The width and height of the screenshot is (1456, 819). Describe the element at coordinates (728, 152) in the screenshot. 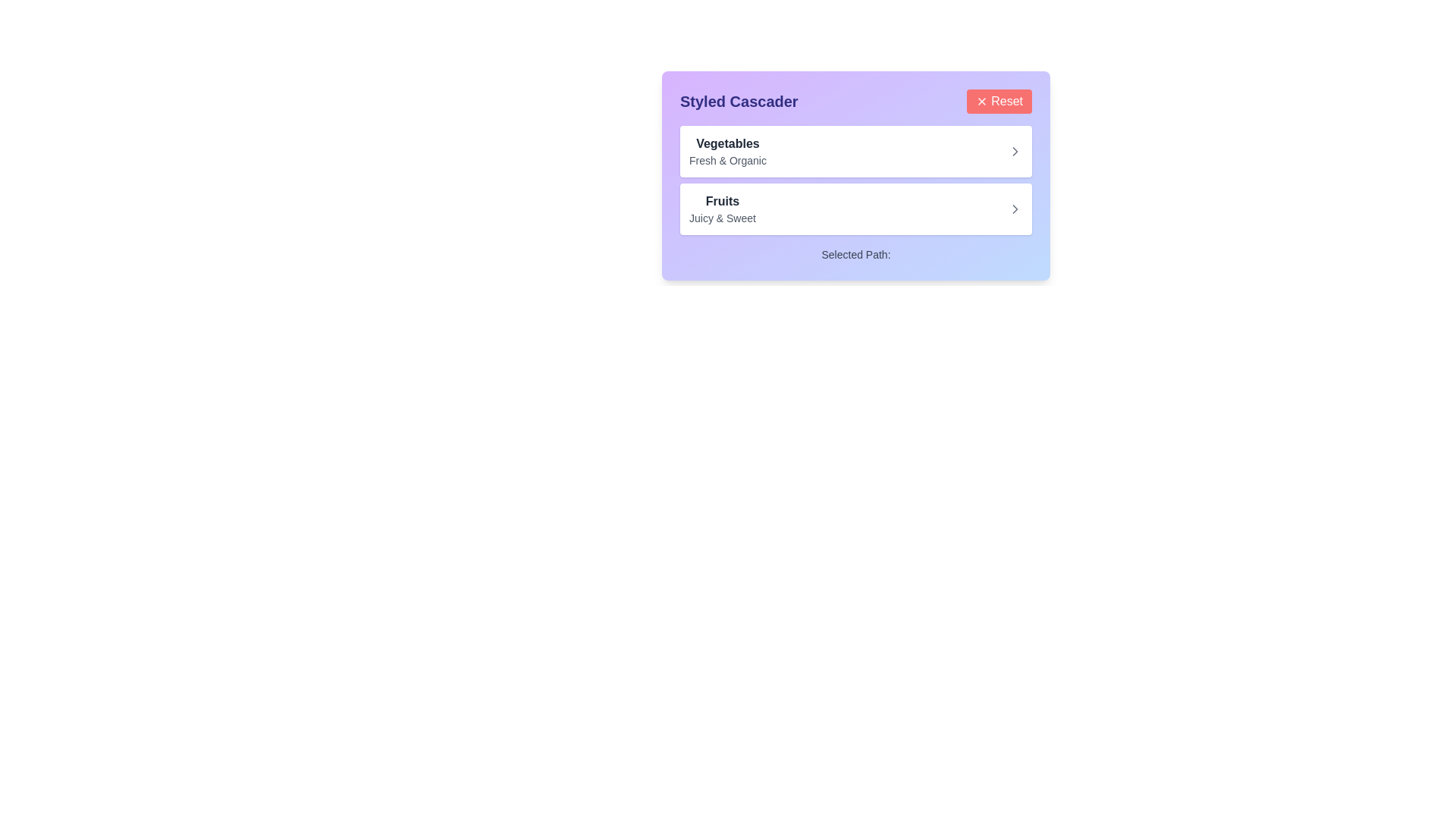

I see `the 'Vegetables' text label, which is the first item in a vertical list` at that location.